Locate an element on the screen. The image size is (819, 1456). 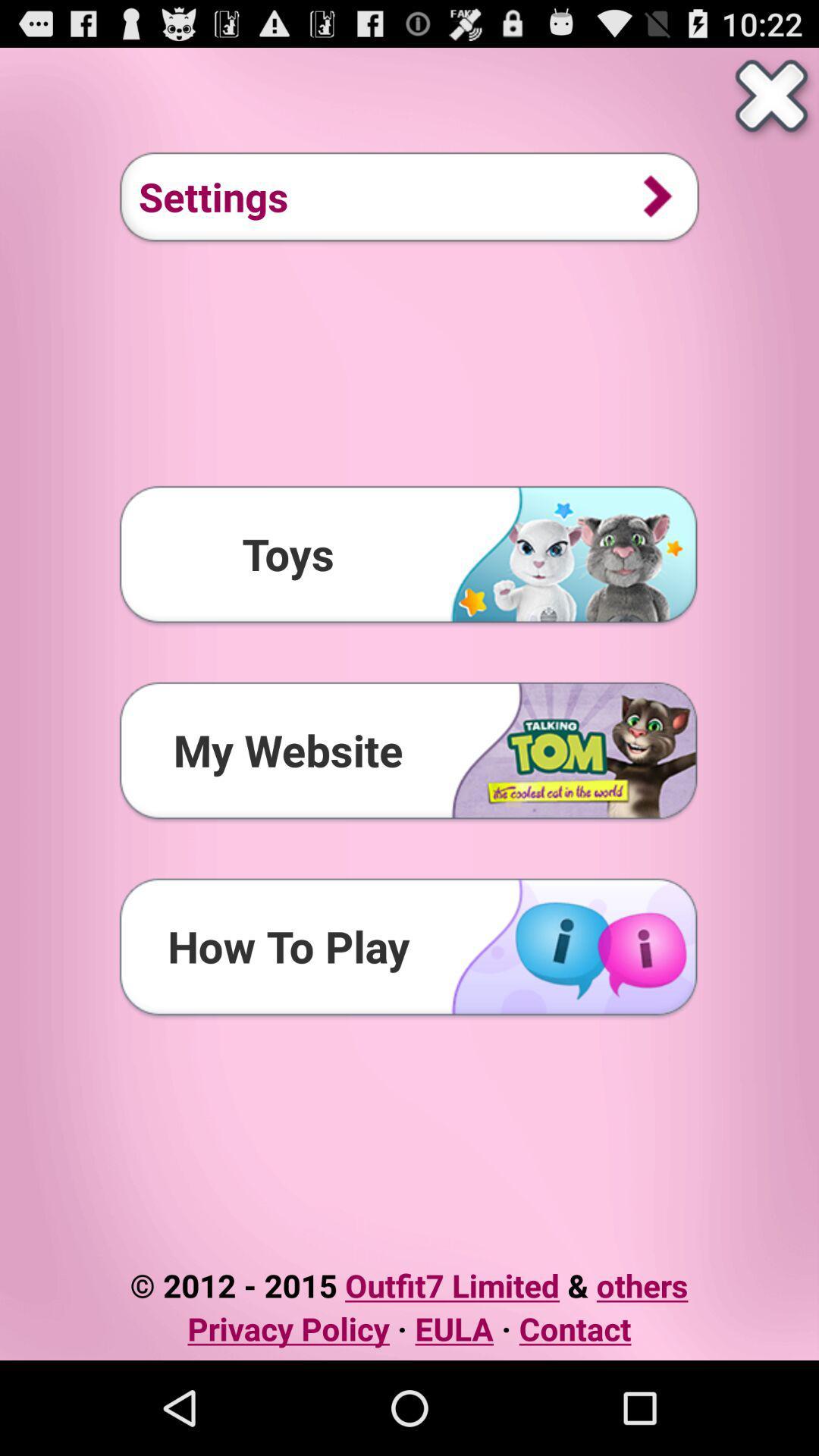
the item below how to play icon is located at coordinates (408, 1284).